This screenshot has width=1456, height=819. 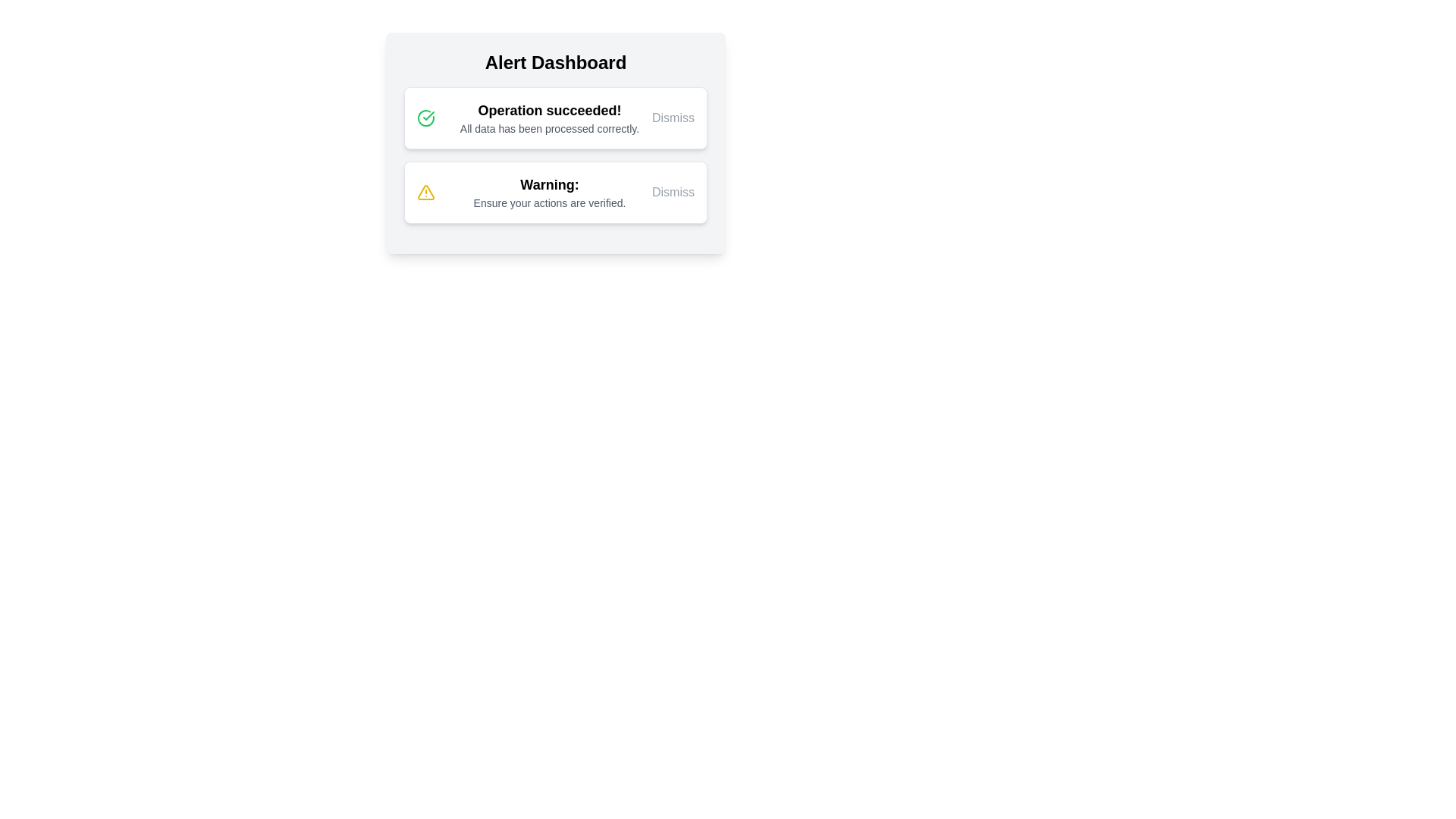 I want to click on the 'Dismiss' button for the alert with message 'Warning:', so click(x=673, y=192).